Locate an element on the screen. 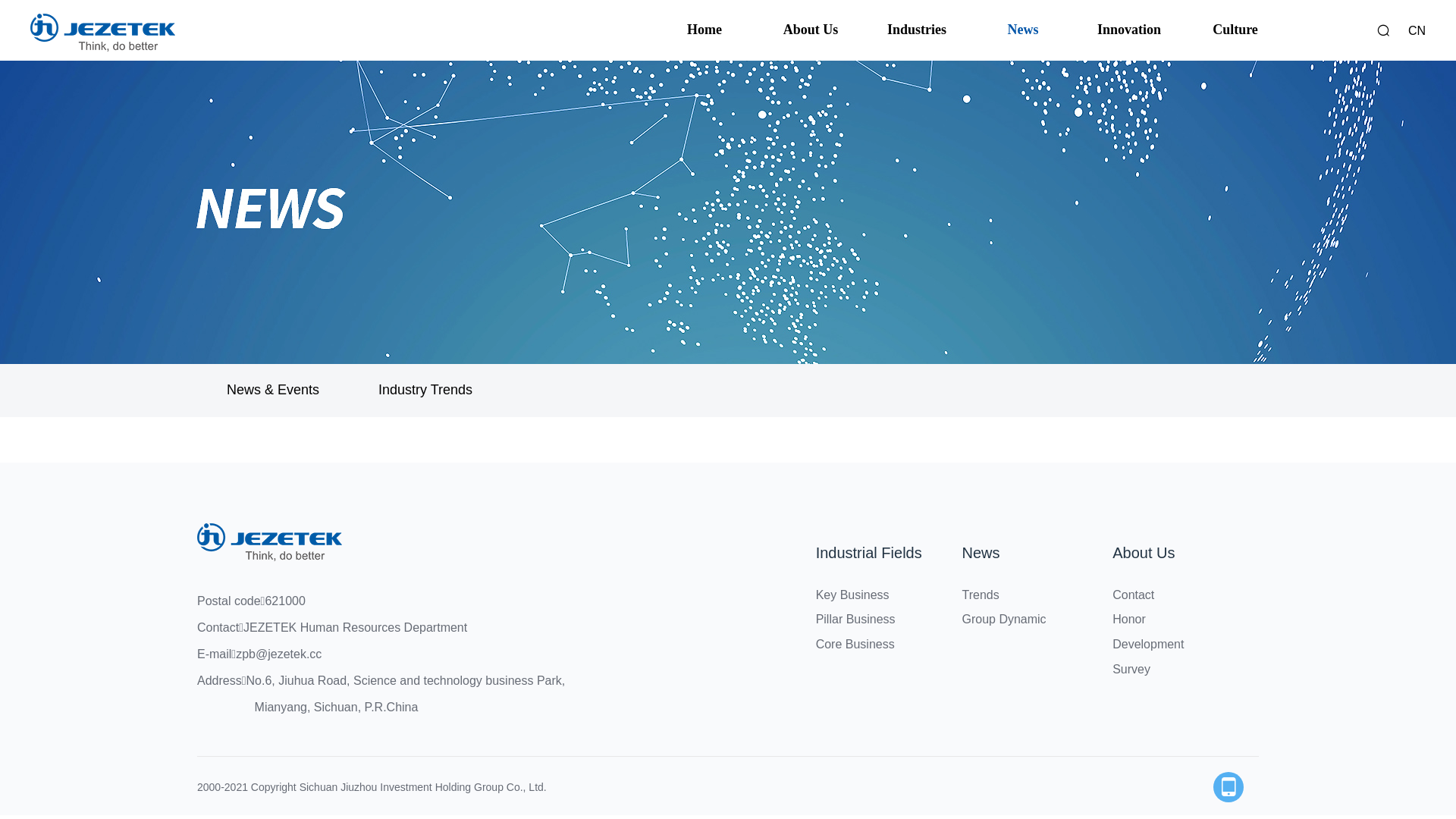  'CN' is located at coordinates (1416, 30).